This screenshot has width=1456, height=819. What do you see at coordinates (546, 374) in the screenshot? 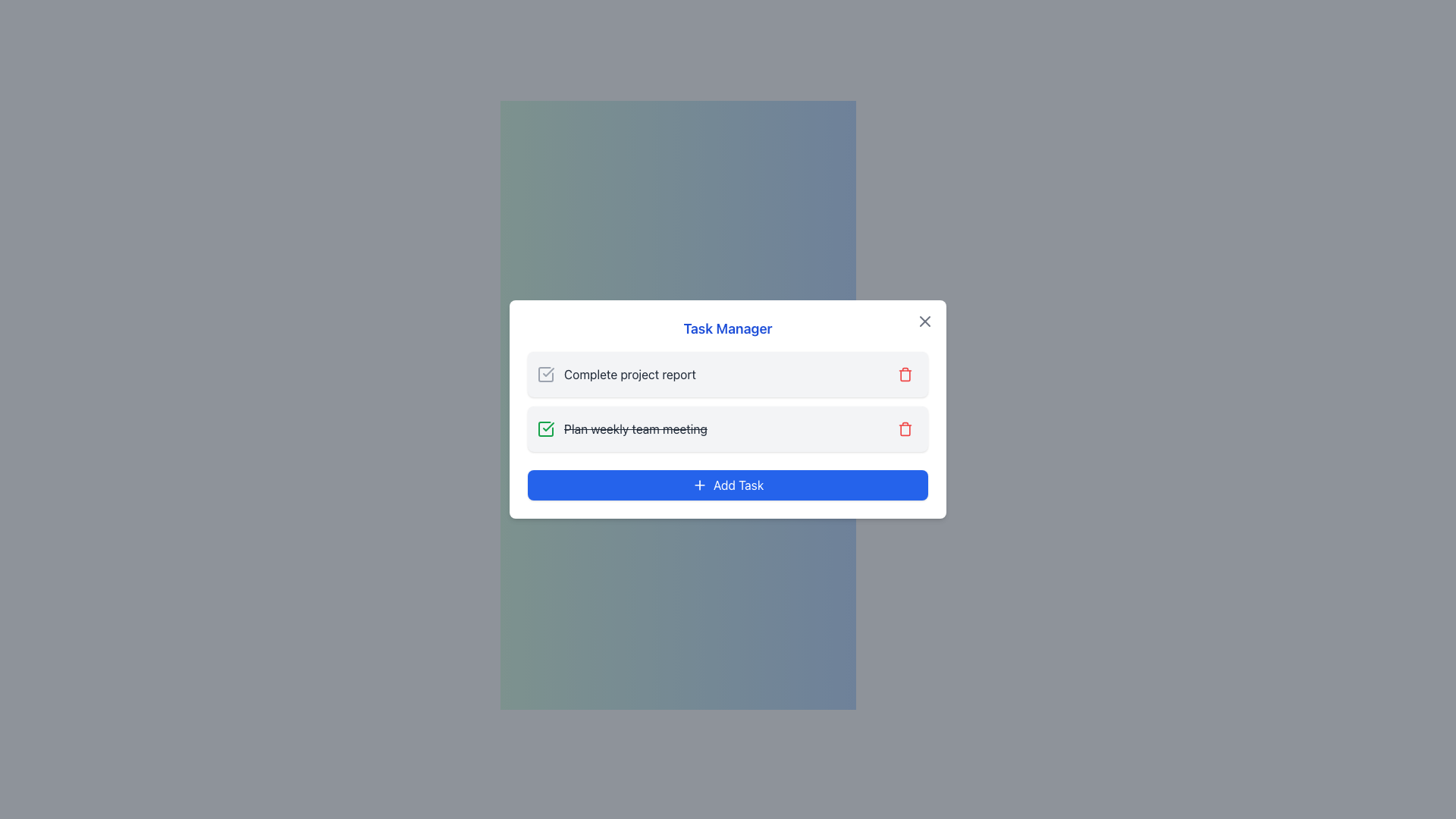
I see `the interactive checkbox located to the immediate left of the text 'Complete project report'` at bounding box center [546, 374].